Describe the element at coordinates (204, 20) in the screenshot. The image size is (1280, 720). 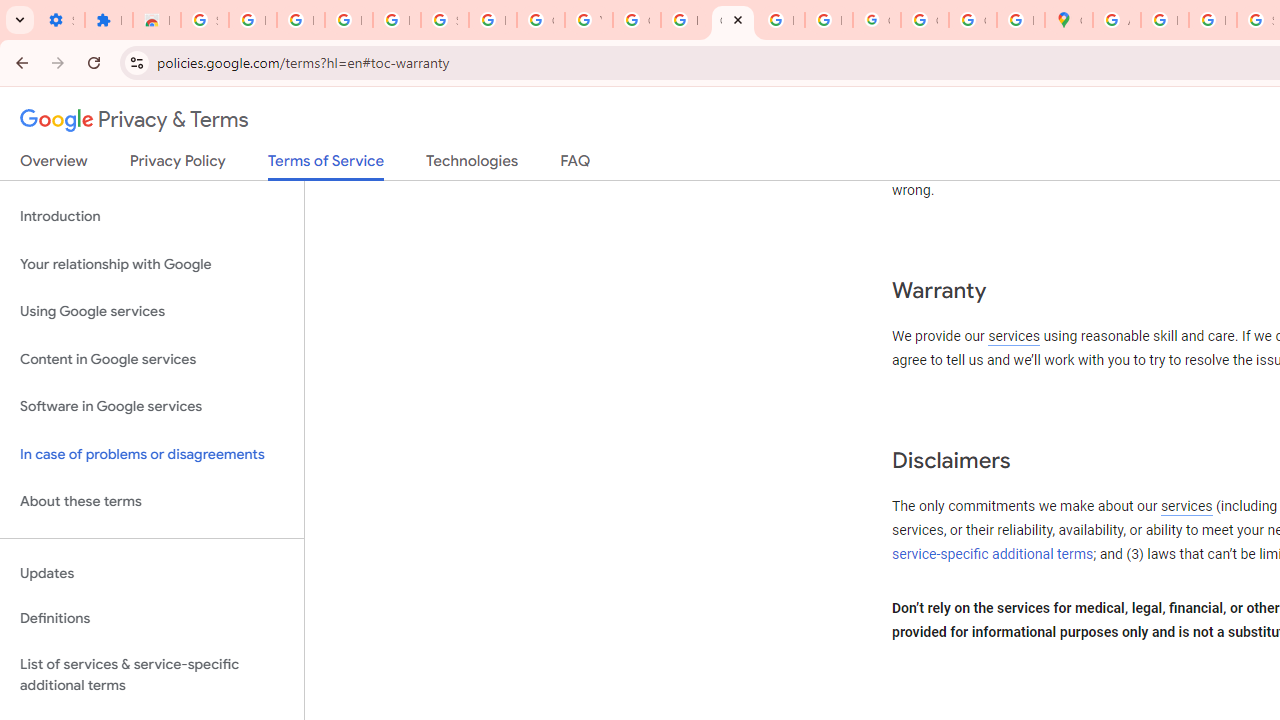
I see `'Sign in - Google Accounts'` at that location.